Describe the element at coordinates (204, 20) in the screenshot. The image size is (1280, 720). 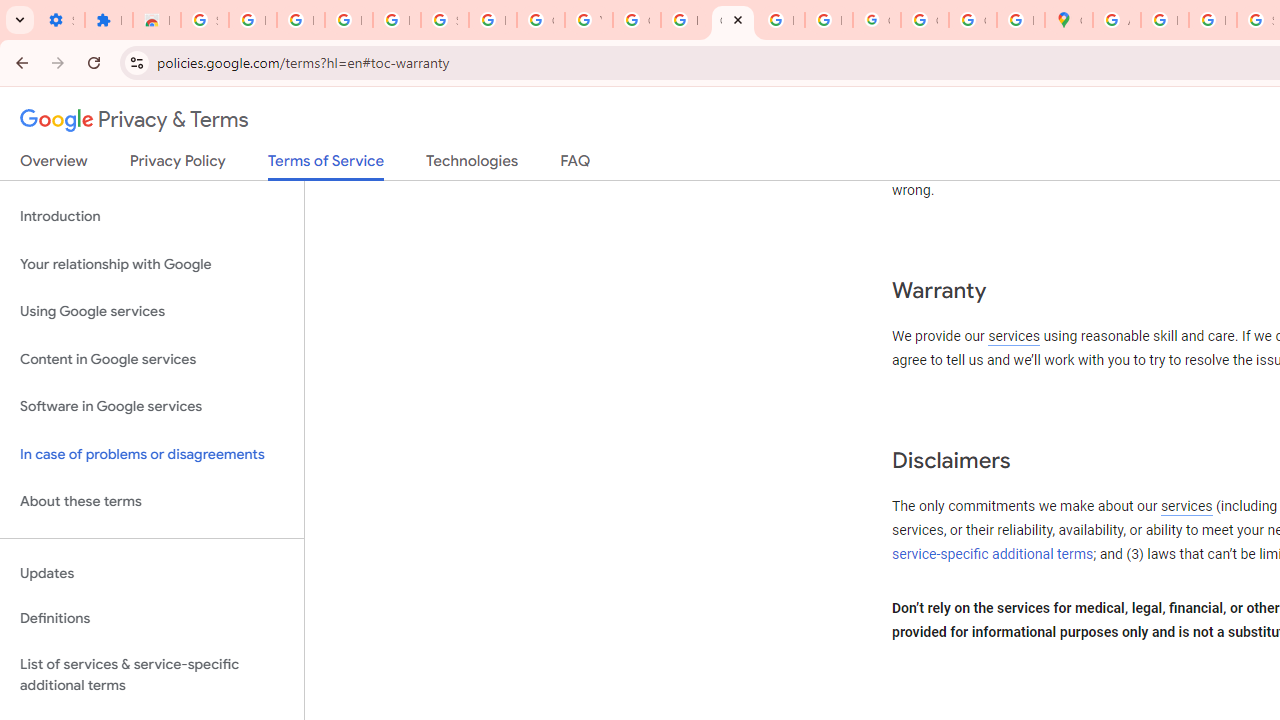
I see `'Sign in - Google Accounts'` at that location.